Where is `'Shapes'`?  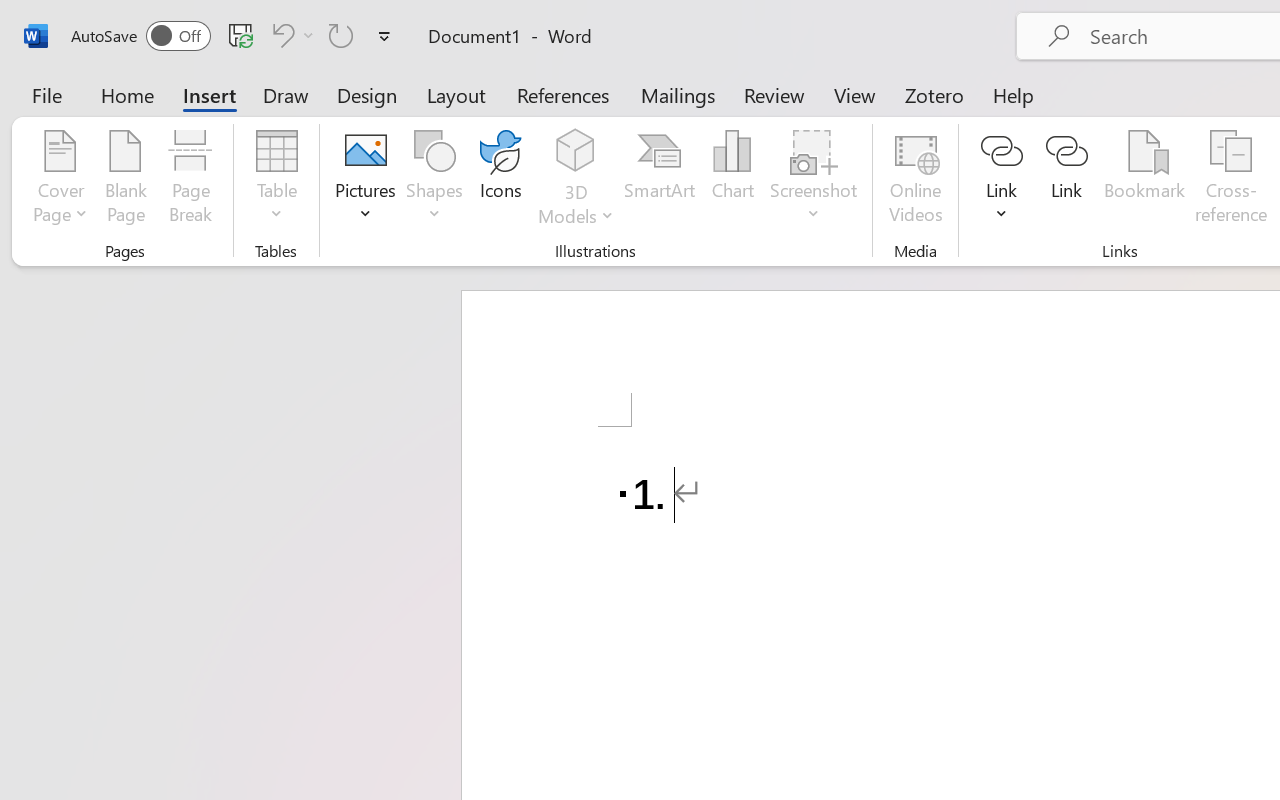 'Shapes' is located at coordinates (434, 179).